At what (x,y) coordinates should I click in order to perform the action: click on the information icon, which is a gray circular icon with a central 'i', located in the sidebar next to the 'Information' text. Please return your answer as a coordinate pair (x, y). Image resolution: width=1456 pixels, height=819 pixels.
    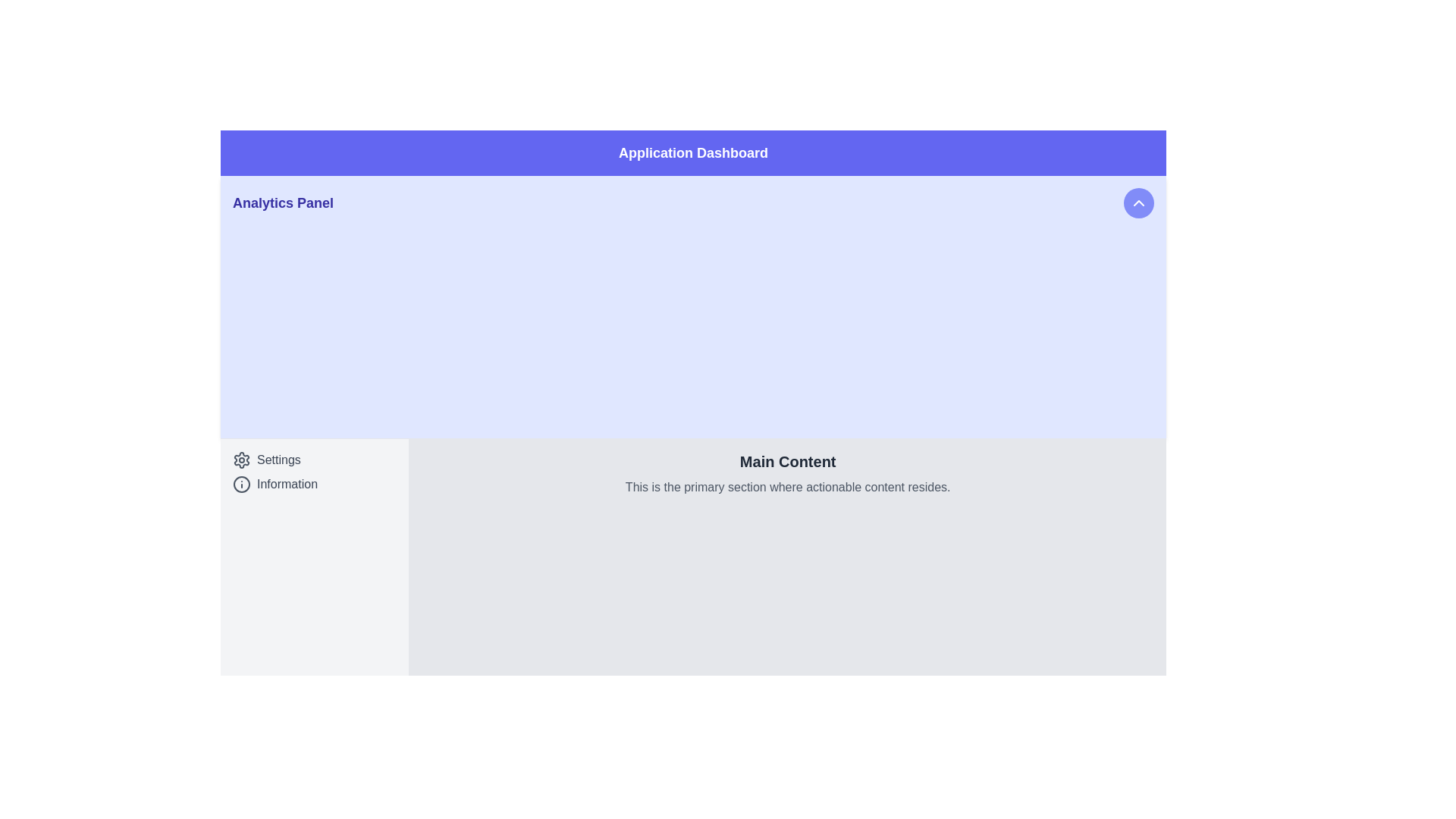
    Looking at the image, I should click on (240, 483).